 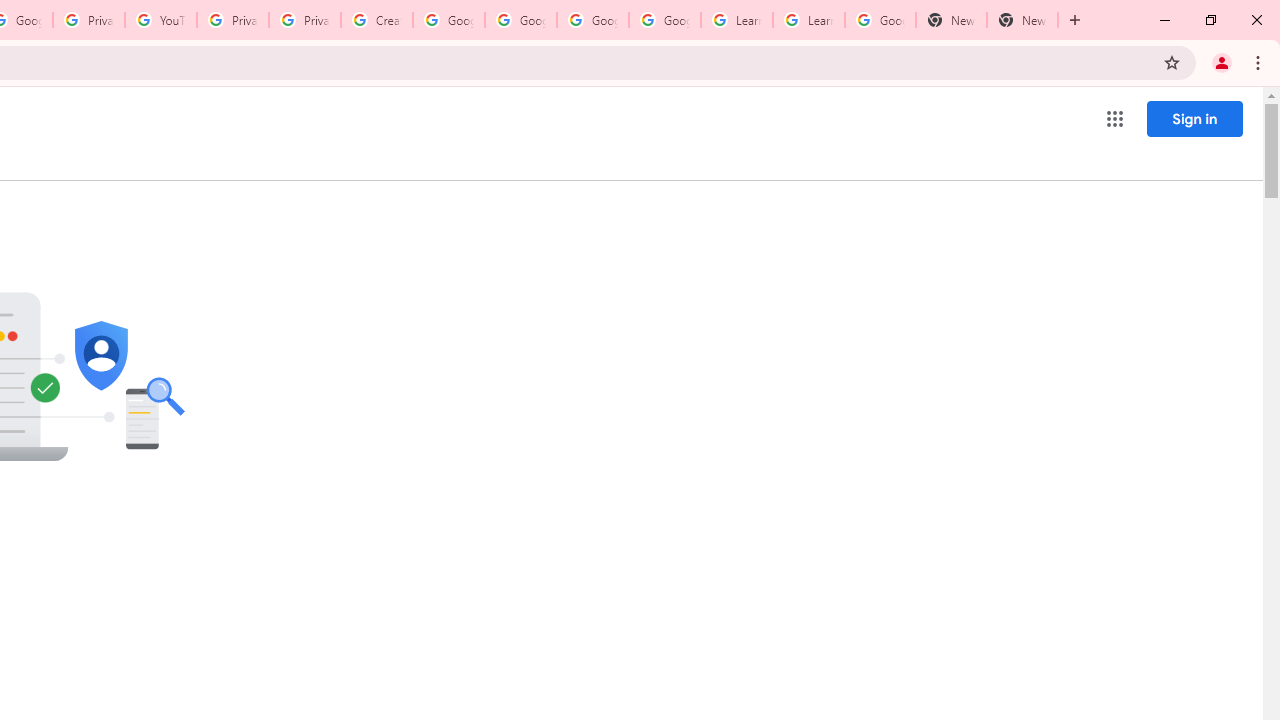 I want to click on 'Google Account Help', so click(x=448, y=20).